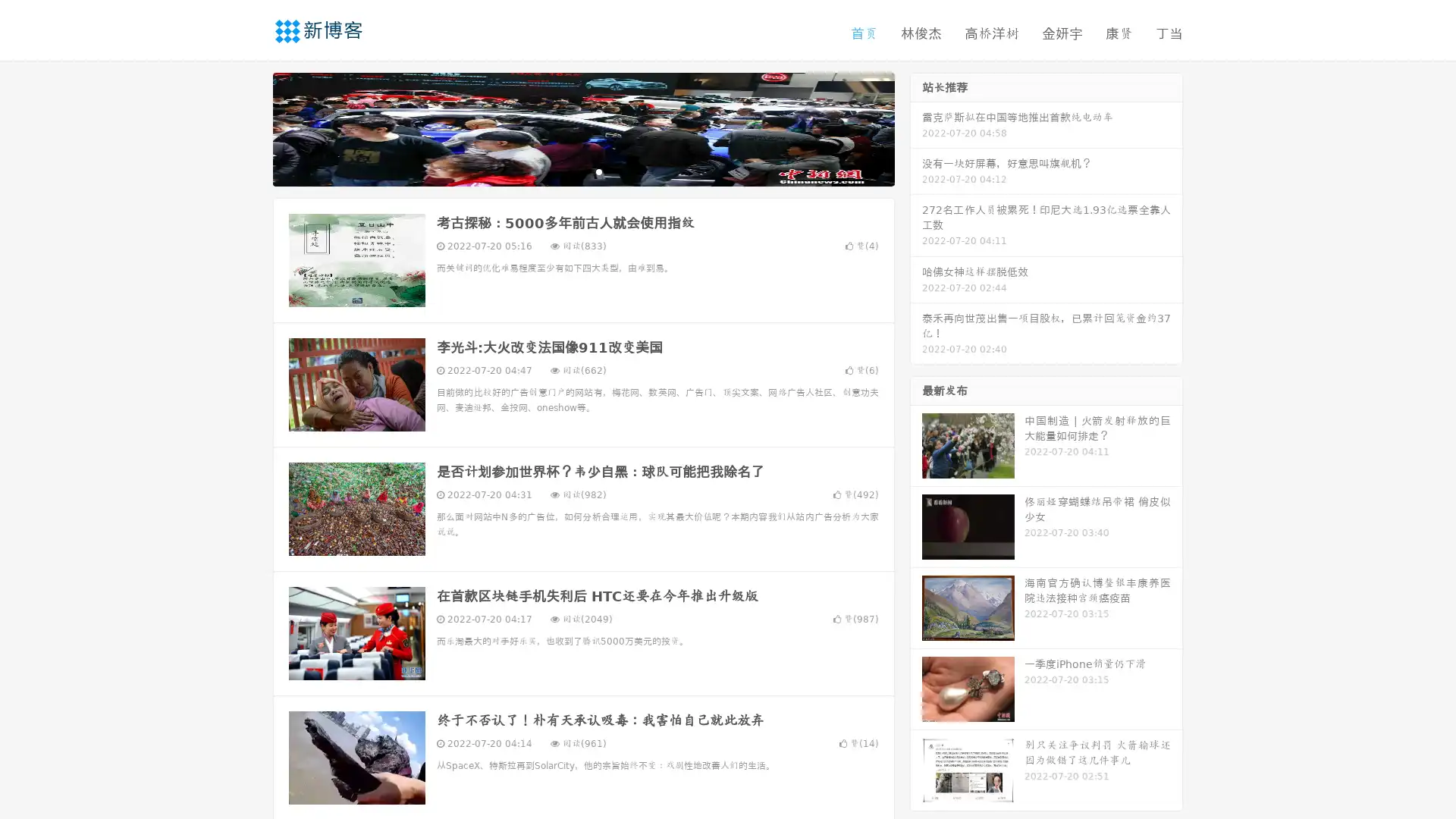 Image resolution: width=1456 pixels, height=819 pixels. What do you see at coordinates (916, 127) in the screenshot?
I see `Next slide` at bounding box center [916, 127].